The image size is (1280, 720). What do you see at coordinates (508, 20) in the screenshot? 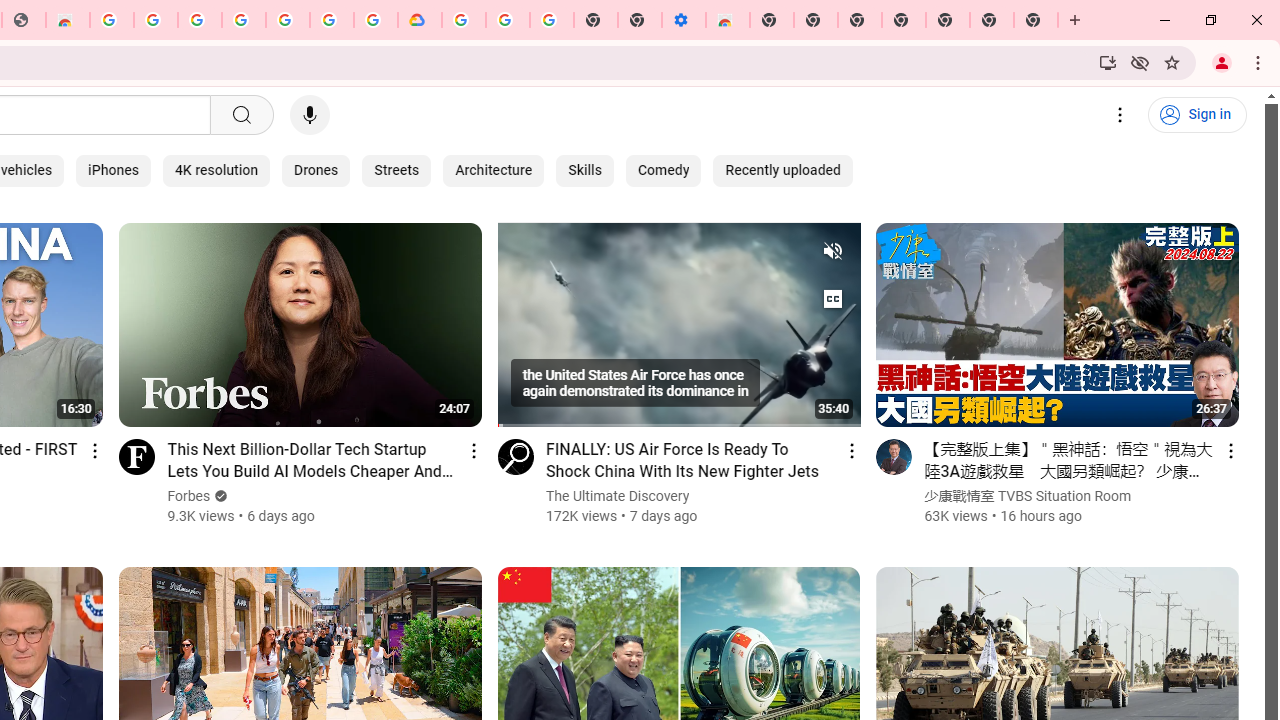
I see `'Google Account Help'` at bounding box center [508, 20].